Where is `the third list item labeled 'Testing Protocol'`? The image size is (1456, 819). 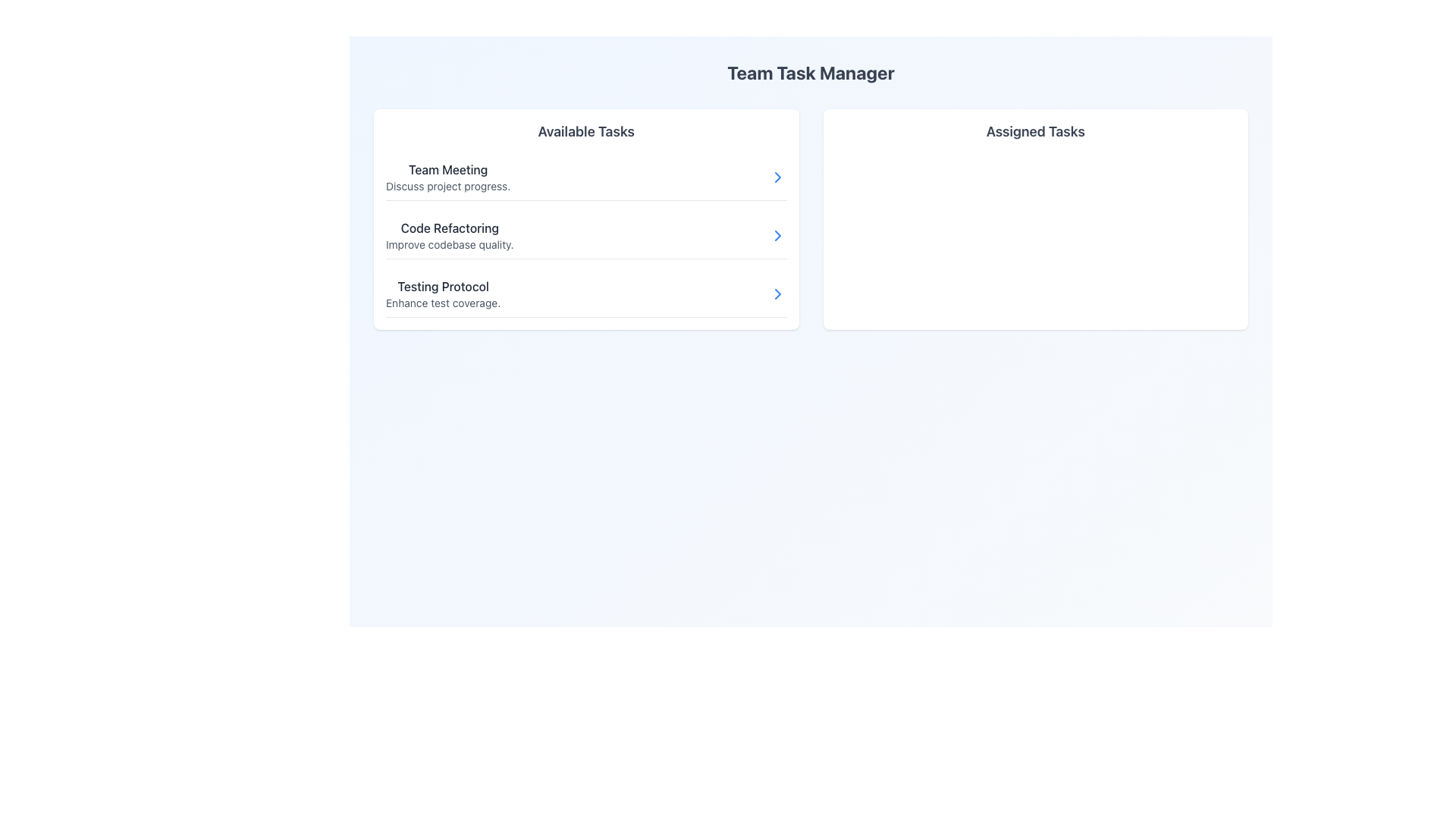
the third list item labeled 'Testing Protocol' is located at coordinates (585, 294).